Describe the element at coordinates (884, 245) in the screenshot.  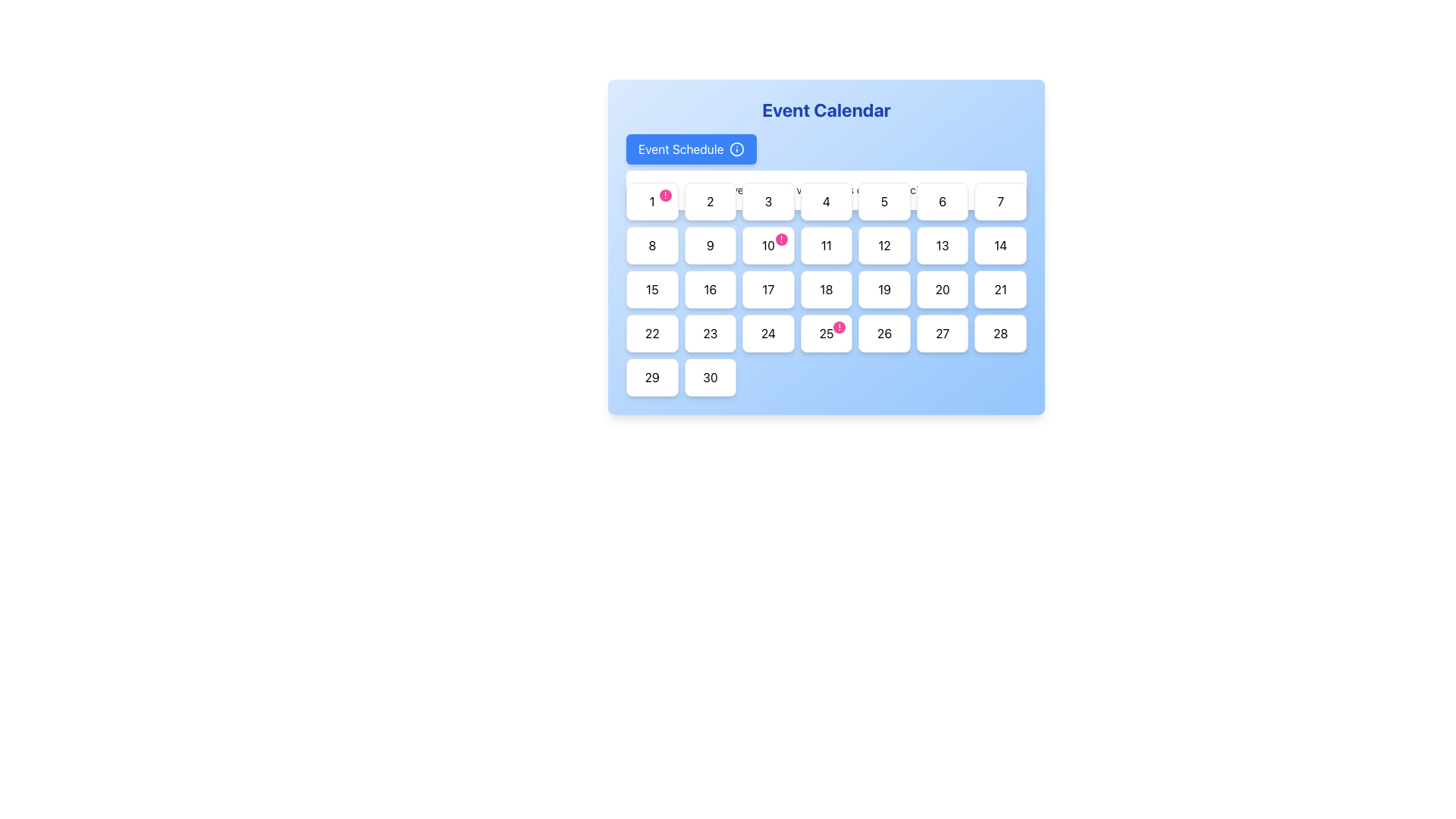
I see `the square button labeled '12' with a white background and black text` at that location.